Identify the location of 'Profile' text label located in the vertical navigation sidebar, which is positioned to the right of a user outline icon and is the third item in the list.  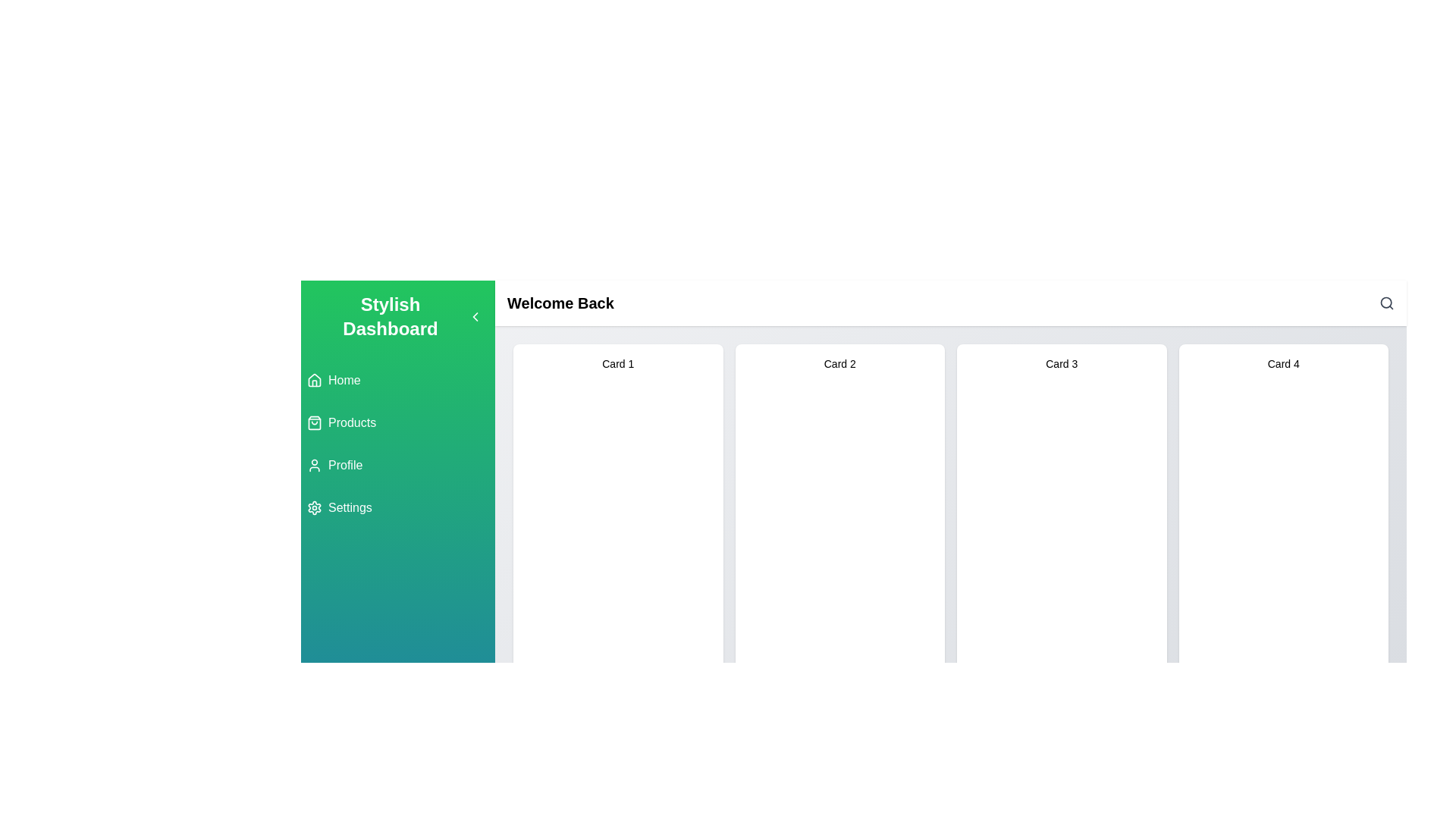
(344, 464).